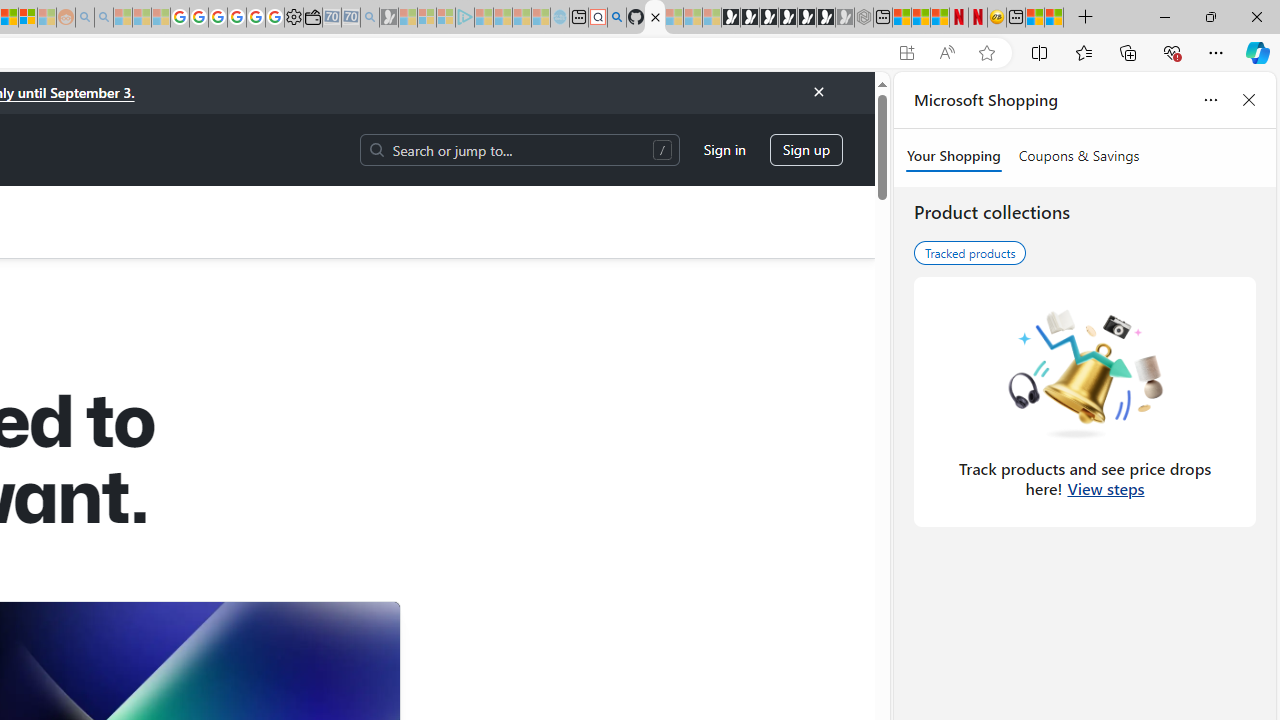  What do you see at coordinates (905, 52) in the screenshot?
I see `'App available. Install GitHub'` at bounding box center [905, 52].